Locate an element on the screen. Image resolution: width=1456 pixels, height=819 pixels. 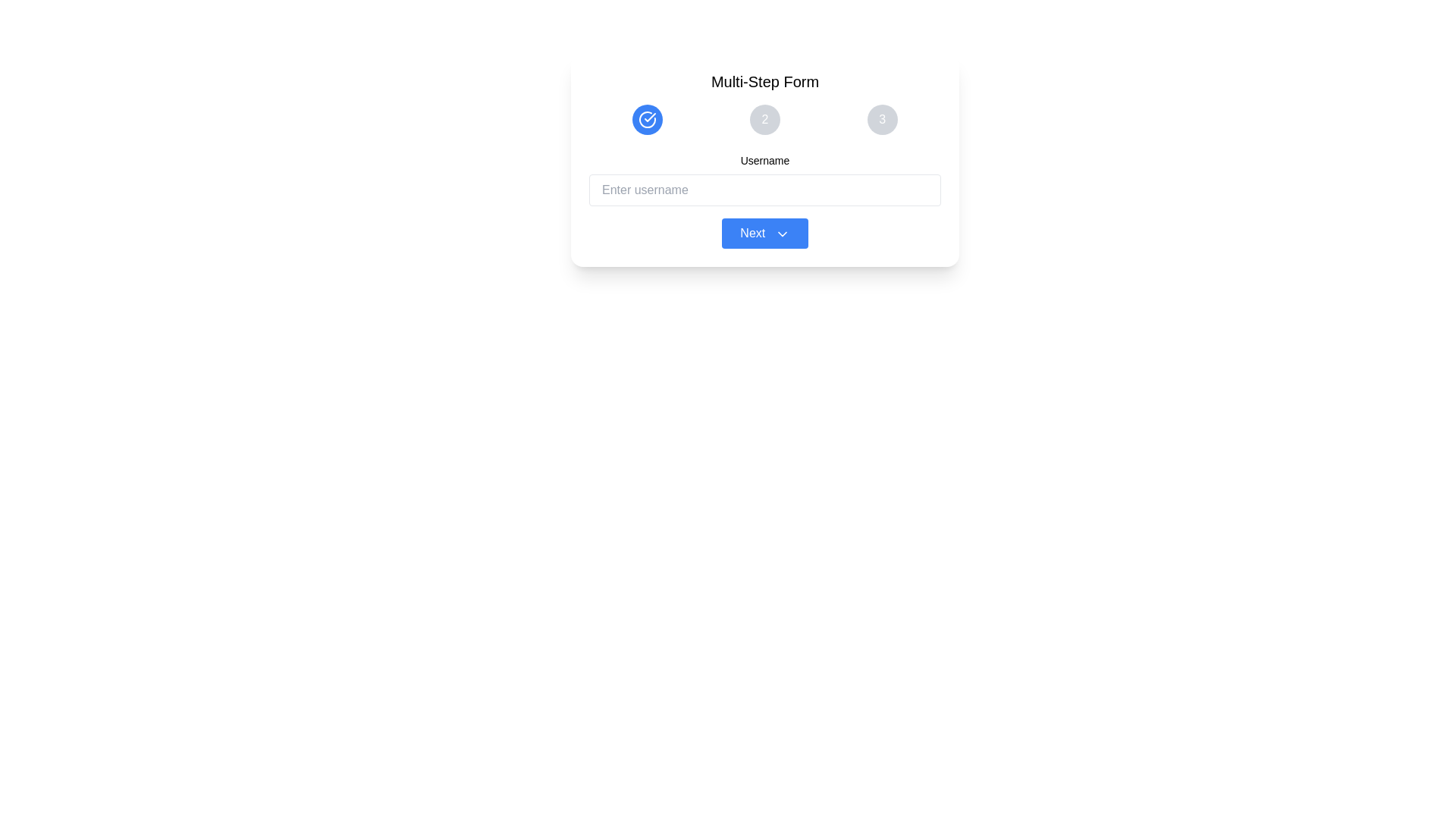
the third circular button, which serves as a step indicator for navigating to step 3 in the multi-step form is located at coordinates (882, 119).